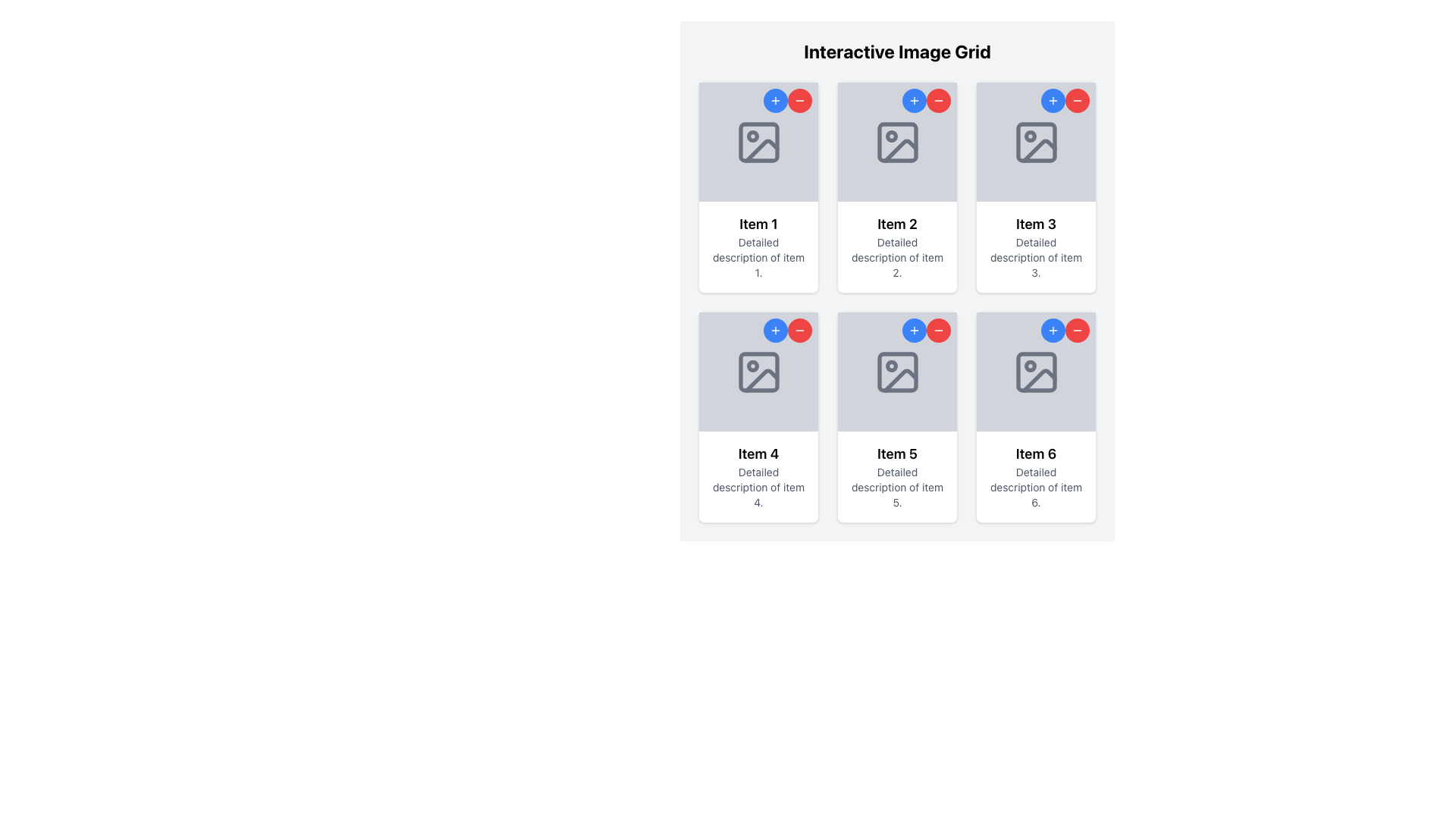 The width and height of the screenshot is (1456, 819). I want to click on the information represented by the placeholder located at the top of the 'Item 4' card in the second row and first column of the grid layout, so click(758, 372).